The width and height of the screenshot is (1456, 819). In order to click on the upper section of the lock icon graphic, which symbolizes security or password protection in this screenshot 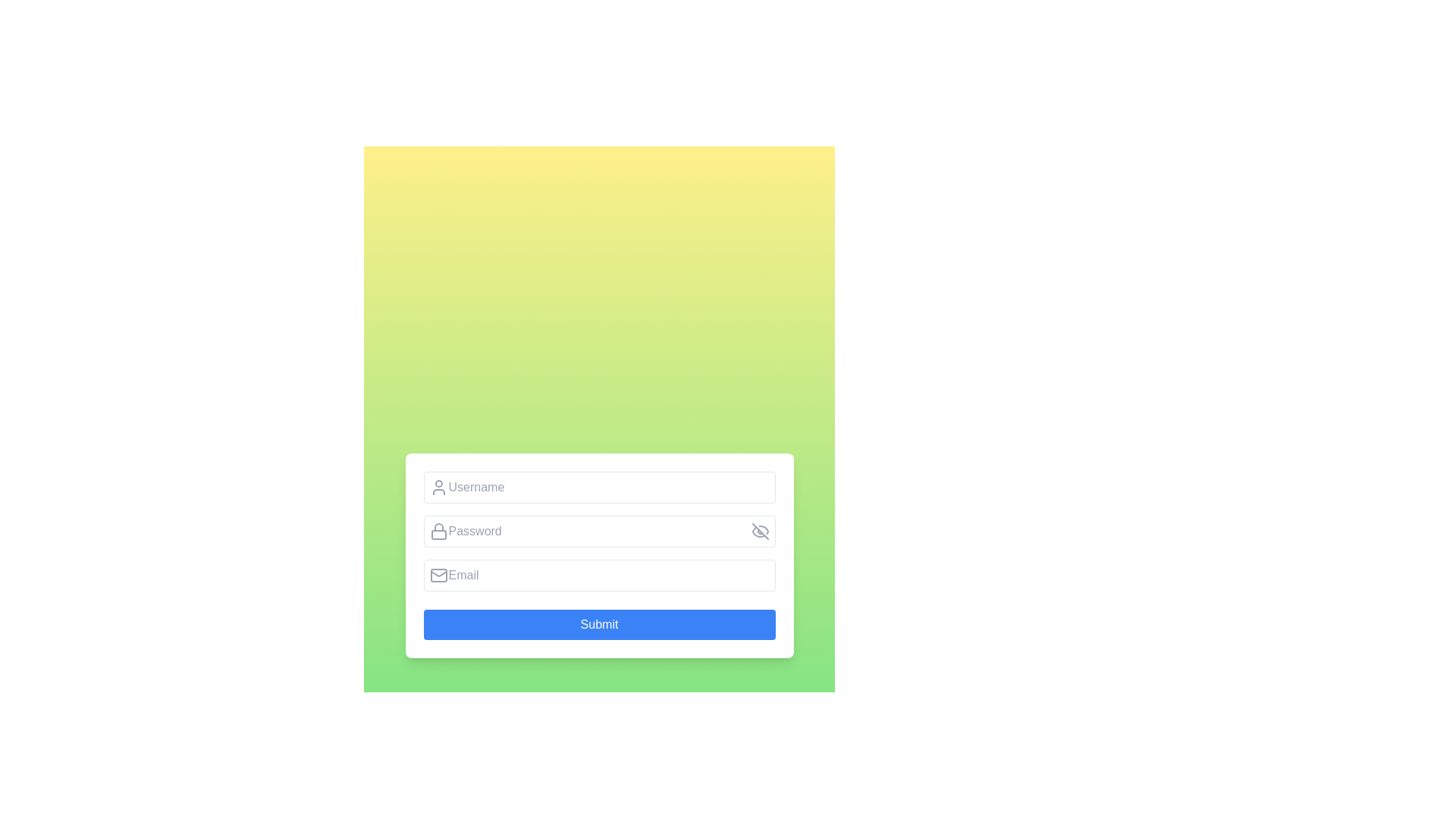, I will do `click(438, 526)`.